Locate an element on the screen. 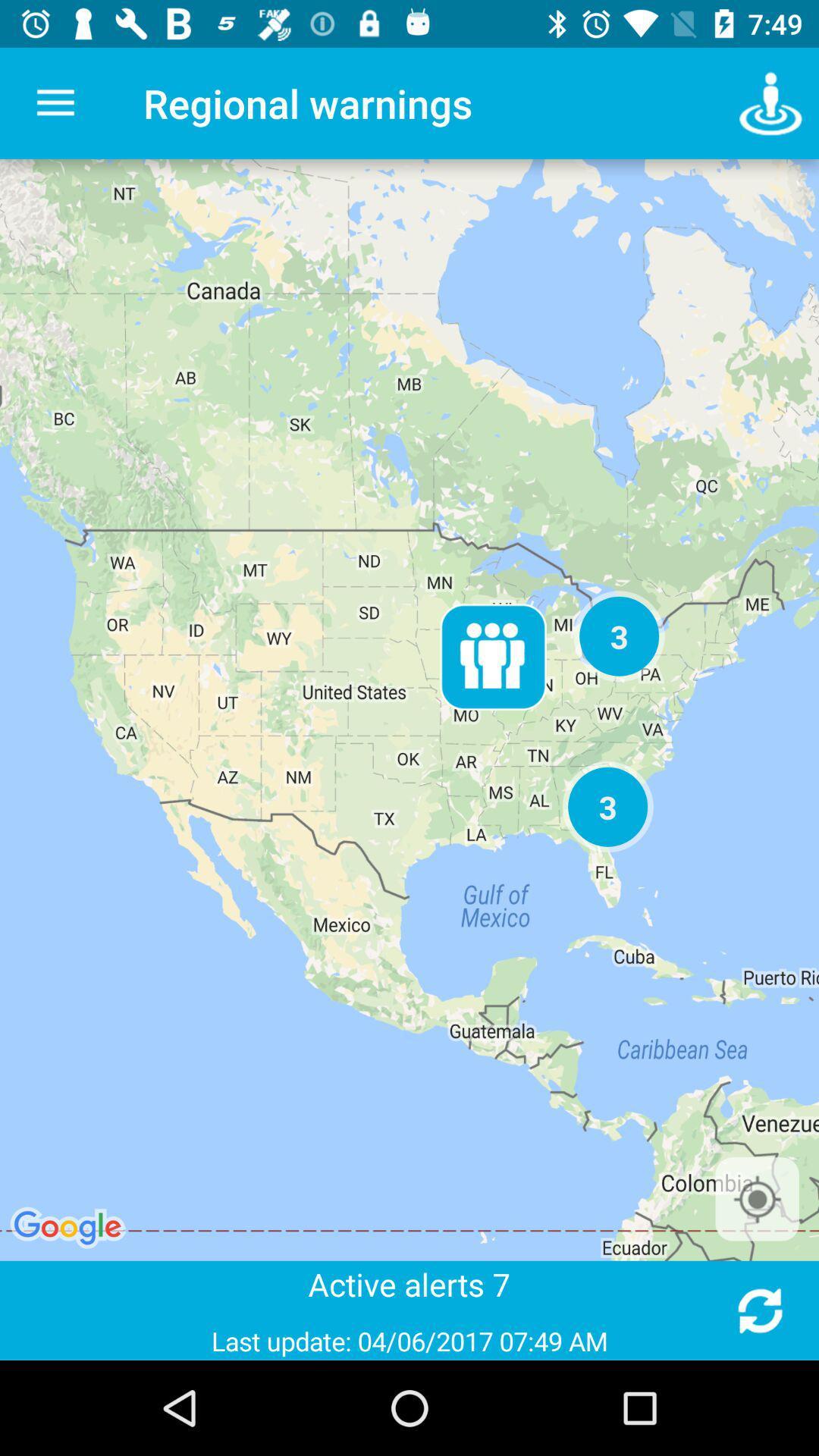 The image size is (819, 1456). refresh is located at coordinates (760, 1310).